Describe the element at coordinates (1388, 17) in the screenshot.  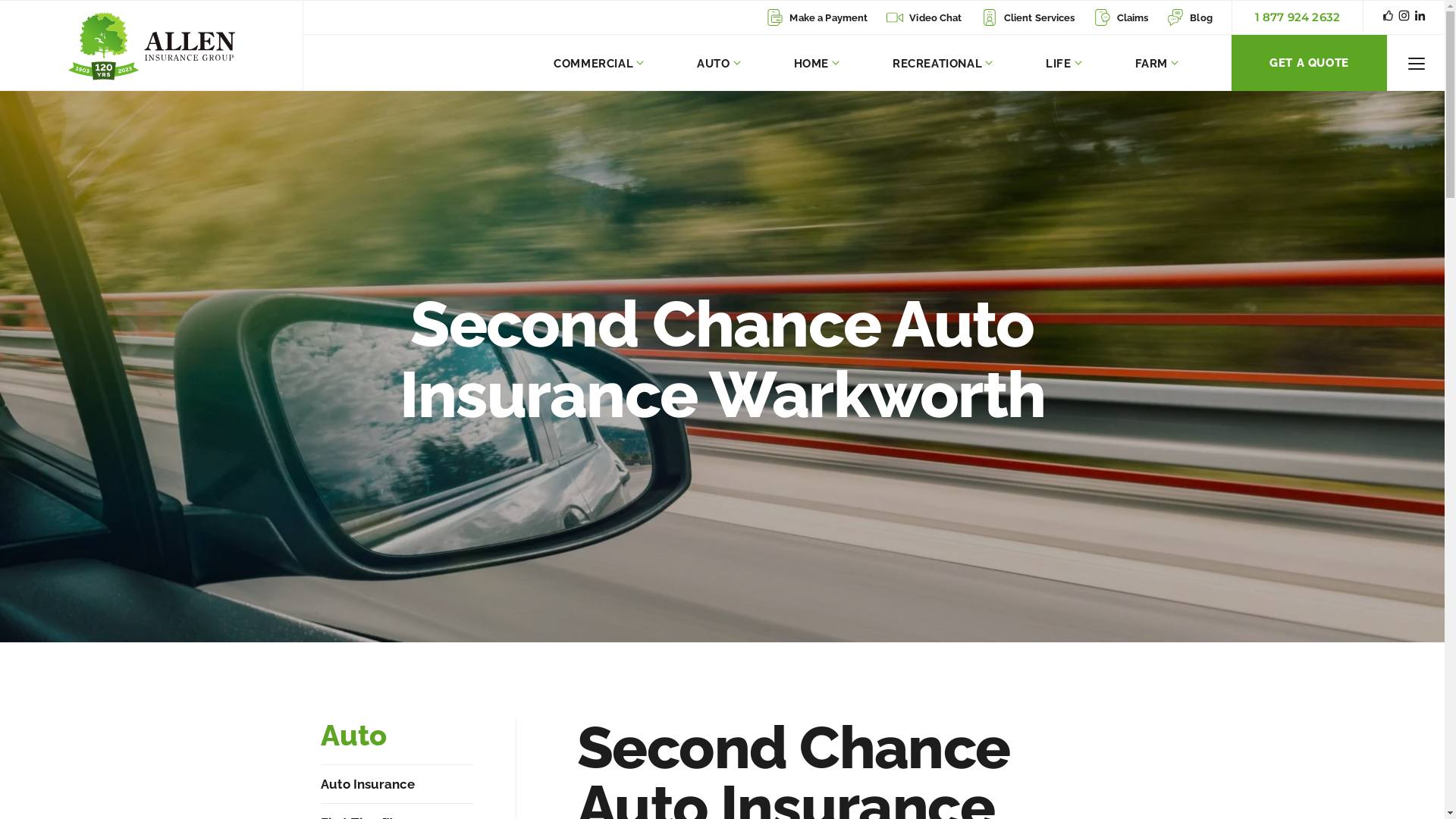
I see `'Facebook'` at that location.